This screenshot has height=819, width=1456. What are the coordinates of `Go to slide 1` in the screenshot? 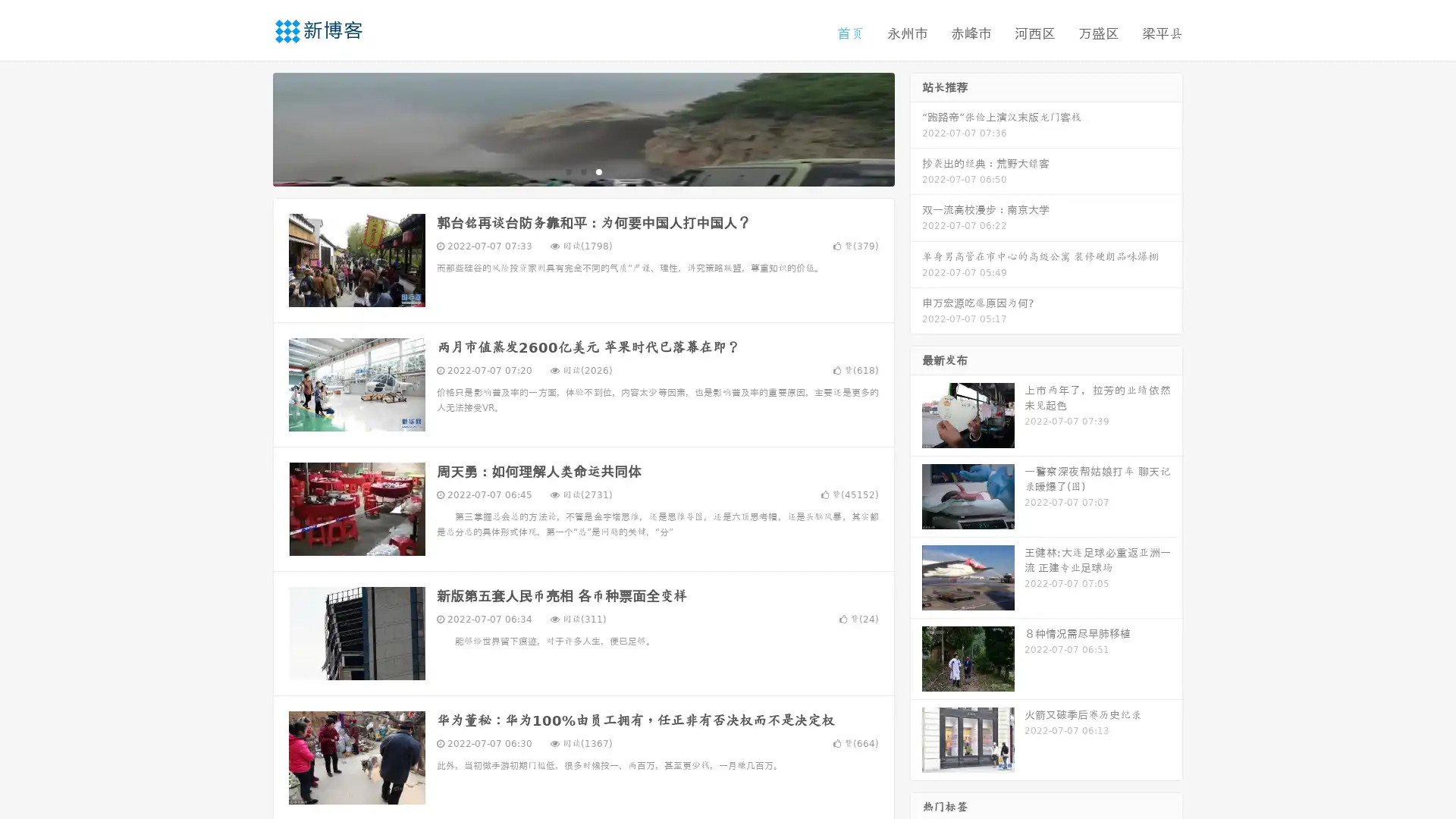 It's located at (567, 171).